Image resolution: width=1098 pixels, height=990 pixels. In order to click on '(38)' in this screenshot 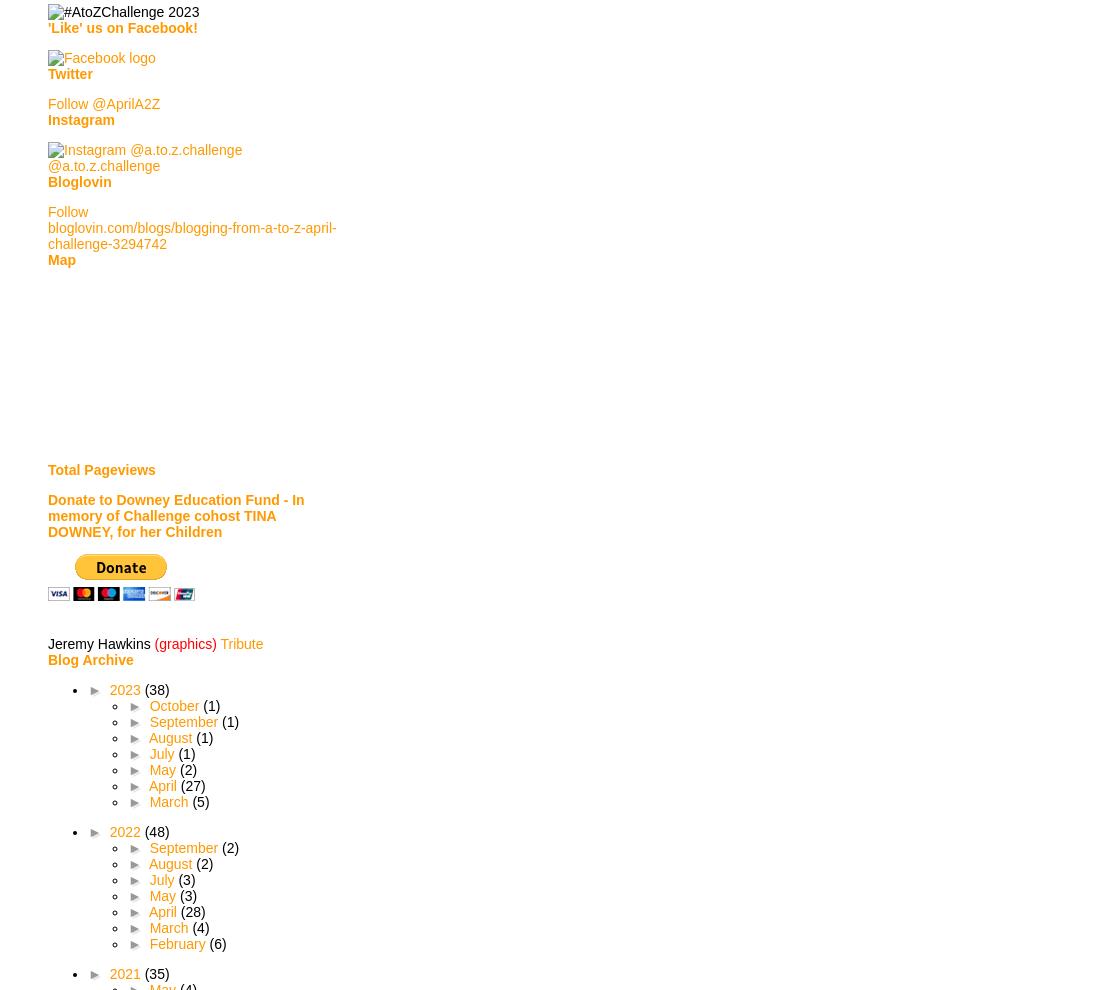, I will do `click(156, 690)`.